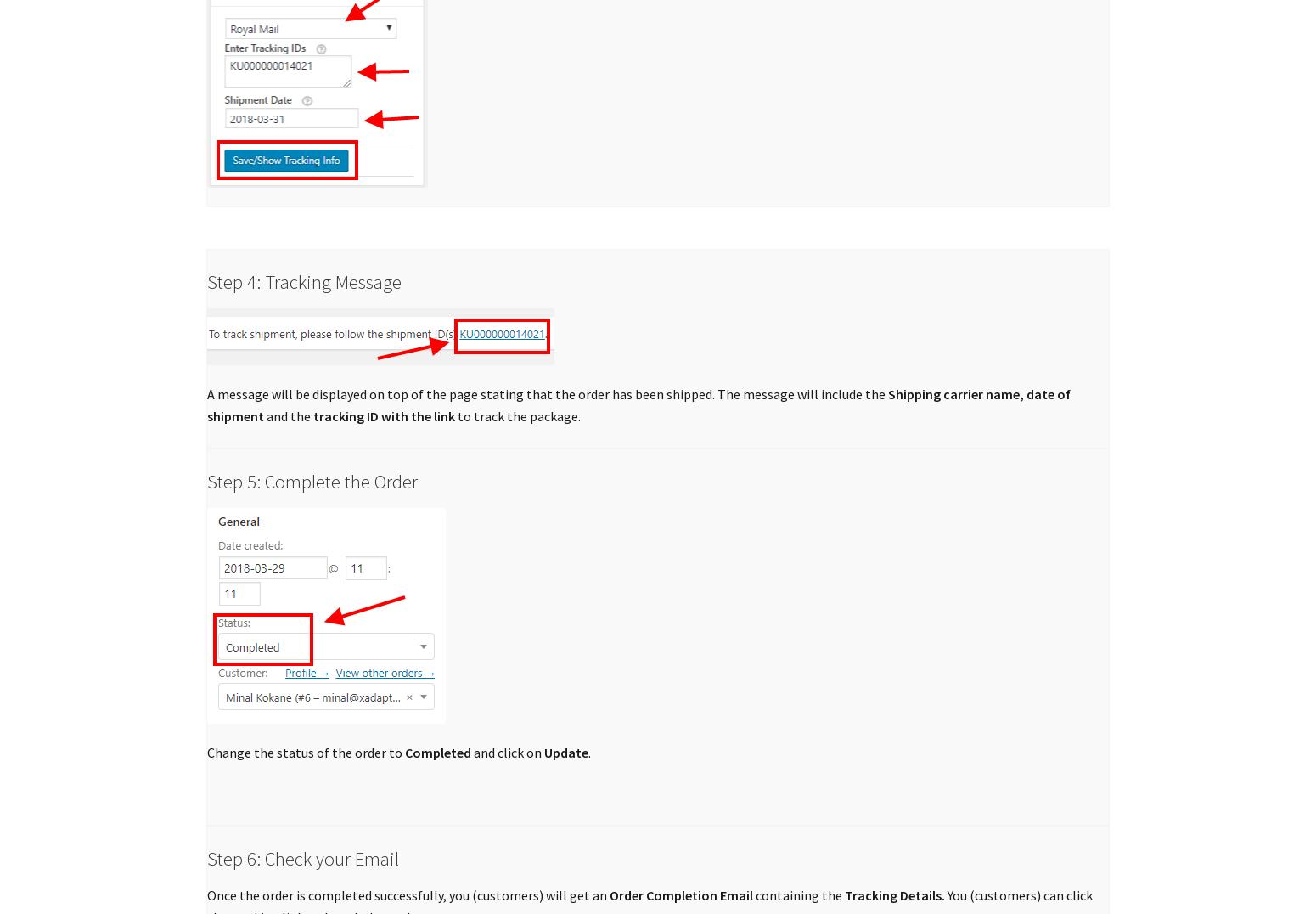 The image size is (1316, 914). What do you see at coordinates (679, 895) in the screenshot?
I see `'Order Completion Email'` at bounding box center [679, 895].